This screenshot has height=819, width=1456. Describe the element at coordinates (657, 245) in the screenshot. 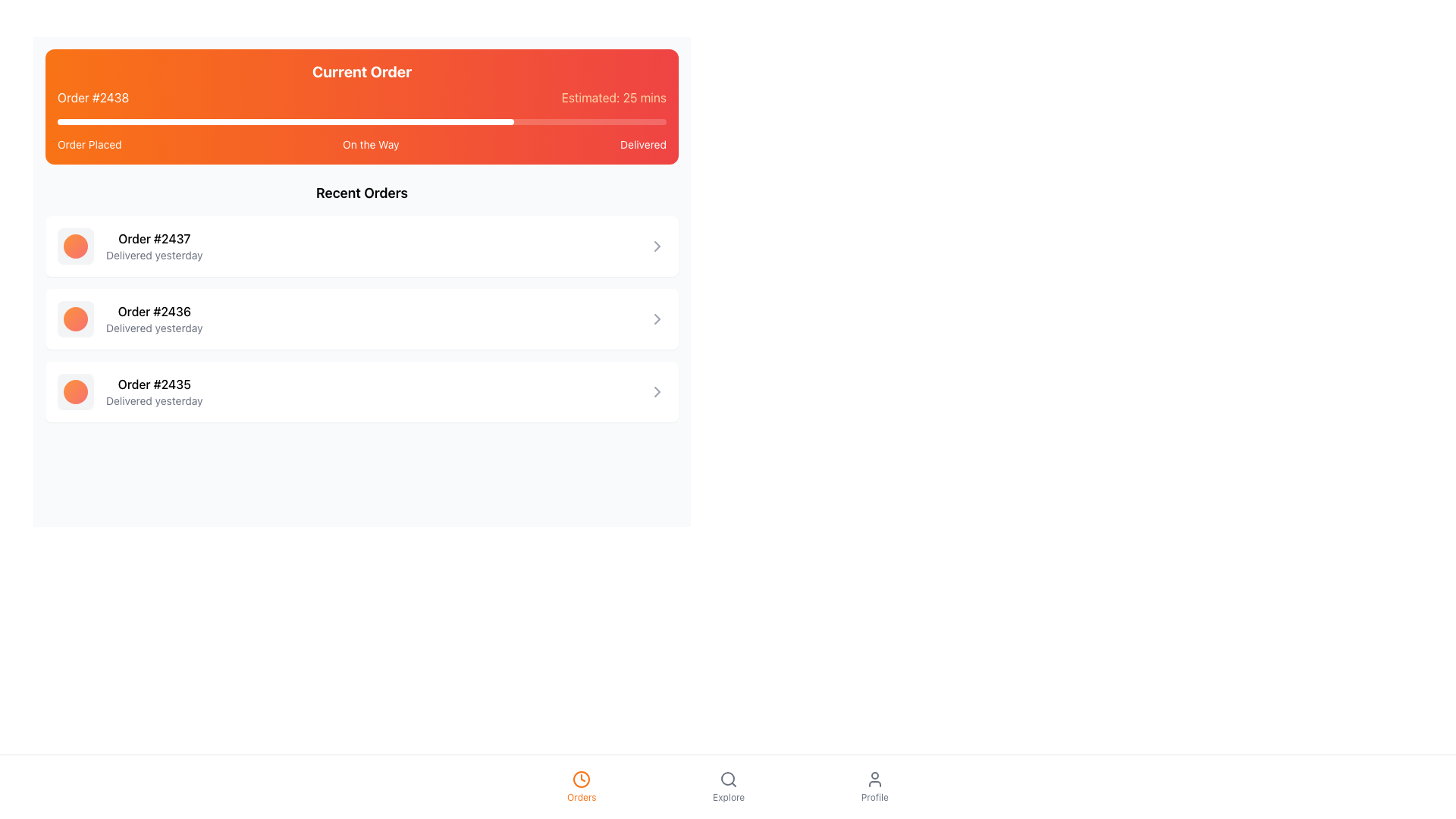

I see `the Chevron Right icon at the end of the first order in the Recent Orders section` at that location.